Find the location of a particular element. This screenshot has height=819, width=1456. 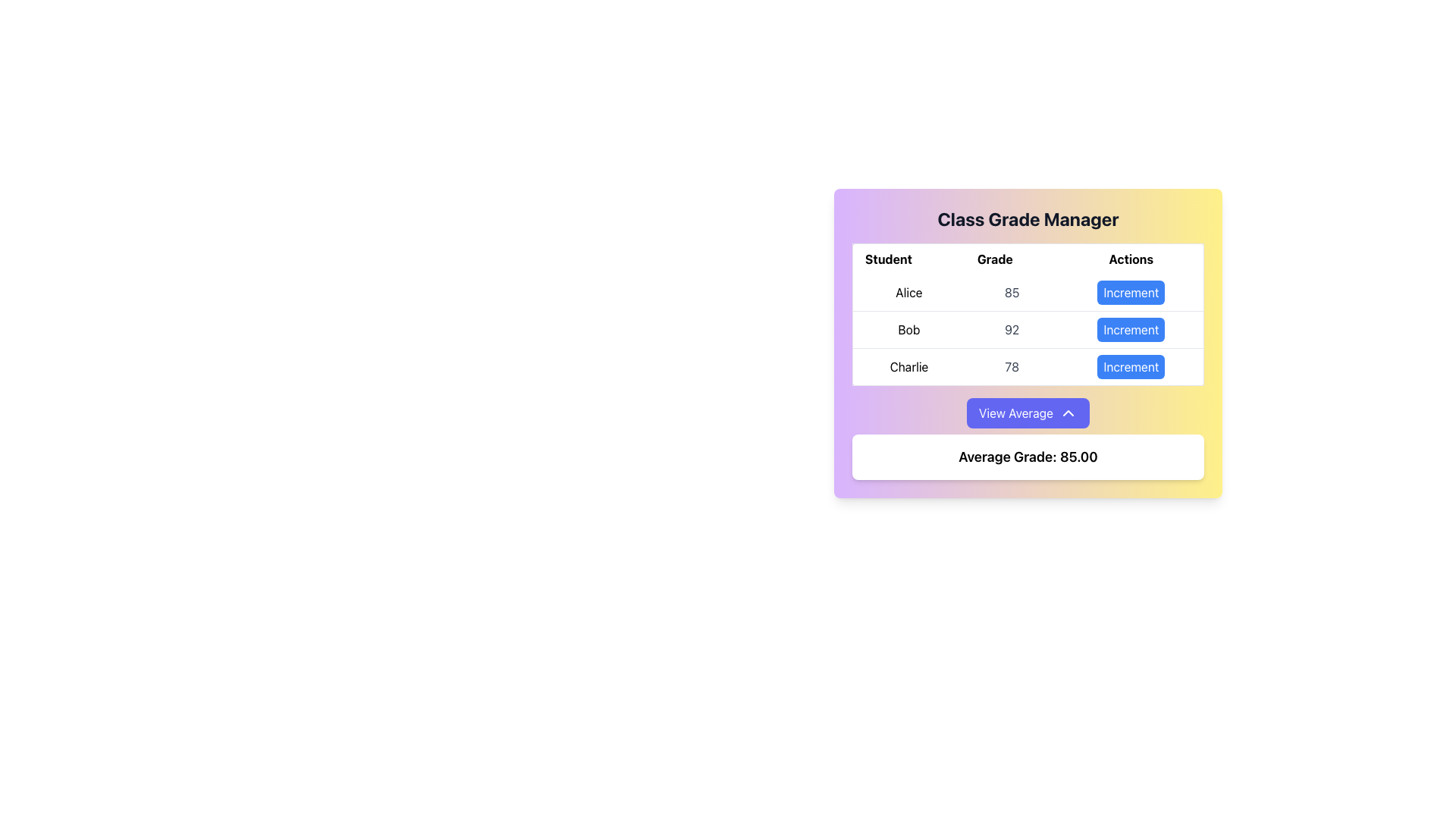

the 'Actions' column header in the table that labels the interactive elements for each student is located at coordinates (1131, 258).